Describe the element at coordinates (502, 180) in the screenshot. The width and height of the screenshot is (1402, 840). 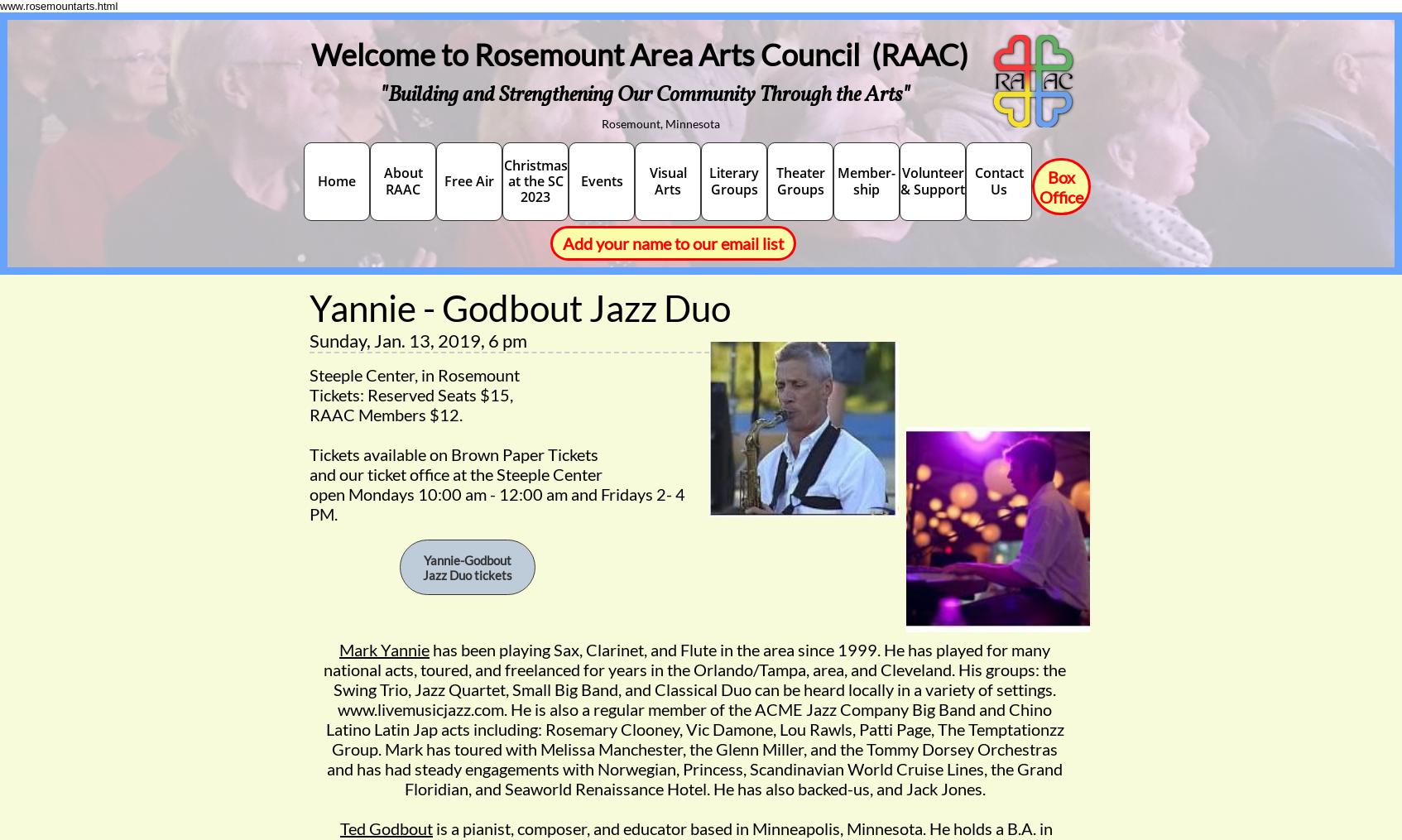
I see `'Christmas at the SC 2023'` at that location.